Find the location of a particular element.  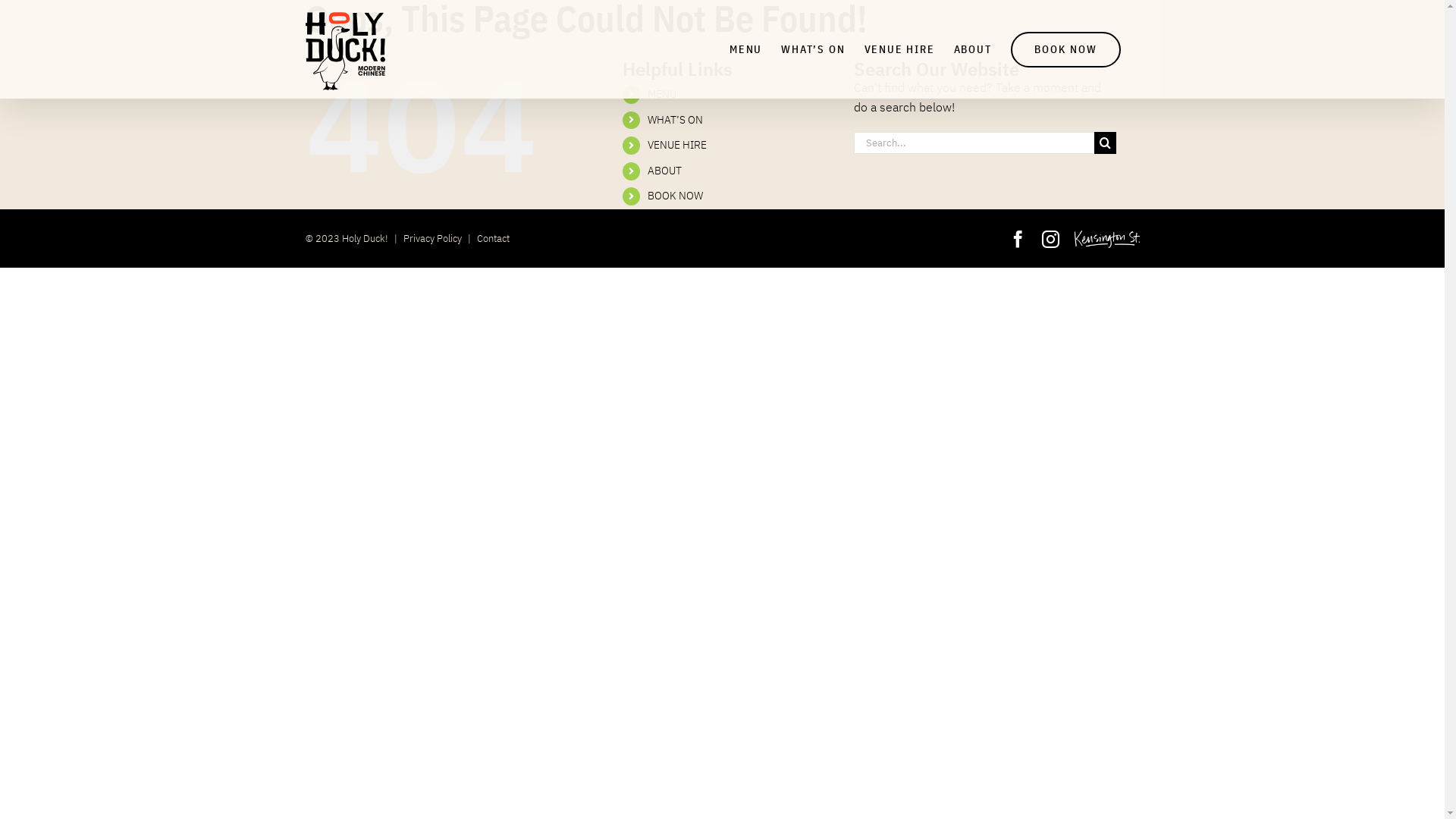

'BOOK NOW' is located at coordinates (1064, 49).